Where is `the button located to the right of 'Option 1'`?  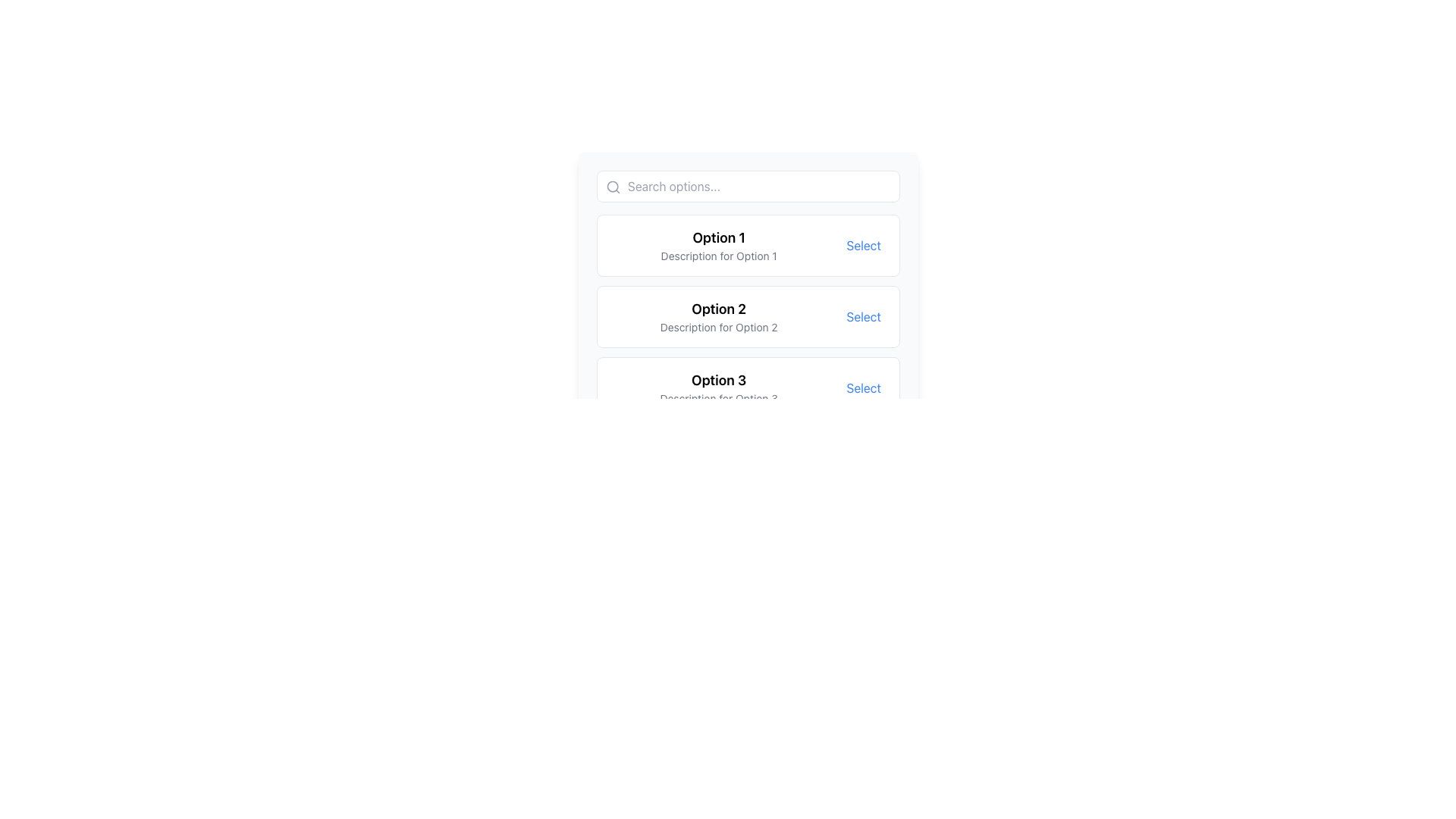
the button located to the right of 'Option 1' is located at coordinates (864, 245).